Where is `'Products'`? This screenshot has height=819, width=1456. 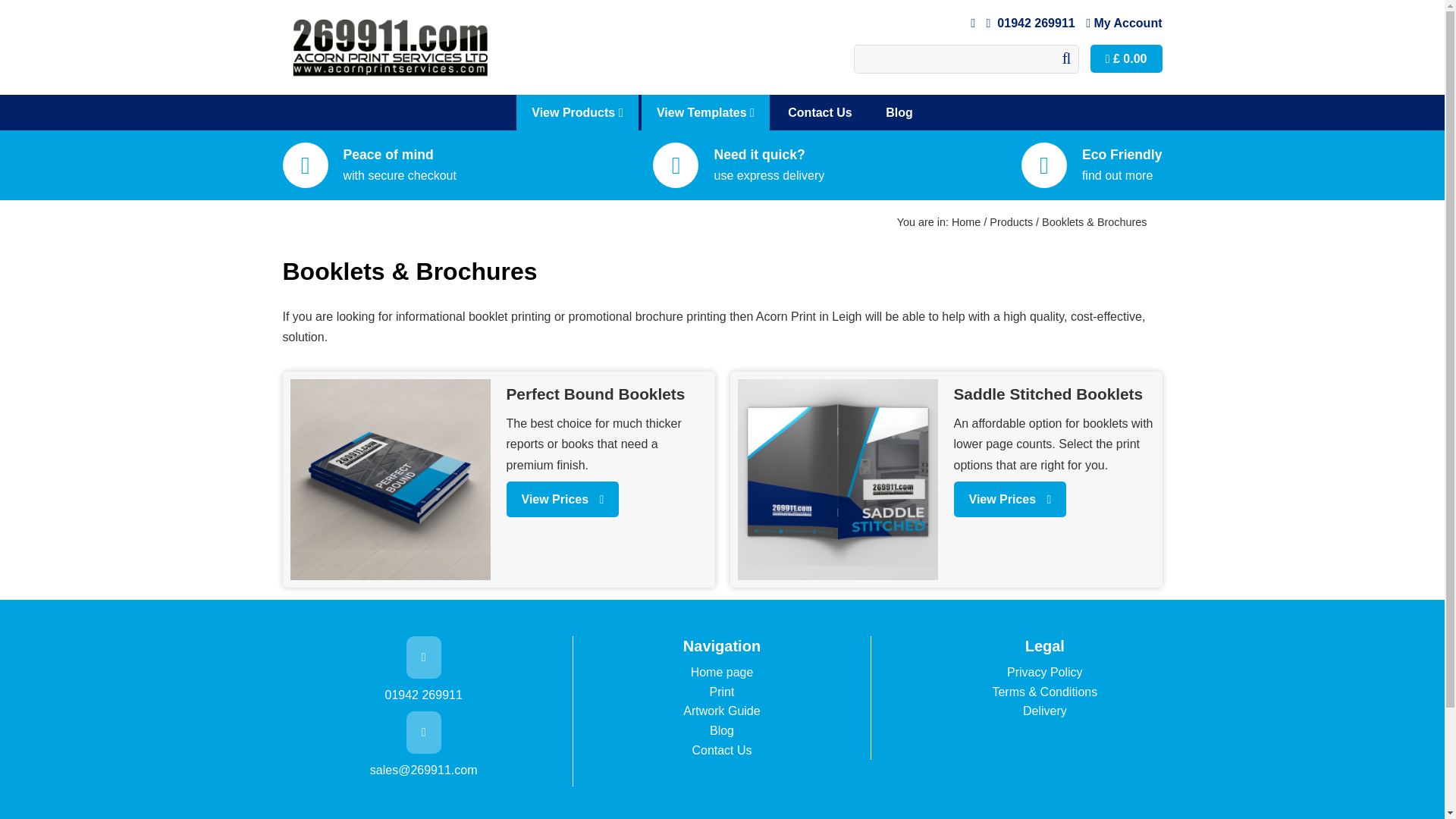
'Products' is located at coordinates (1011, 222).